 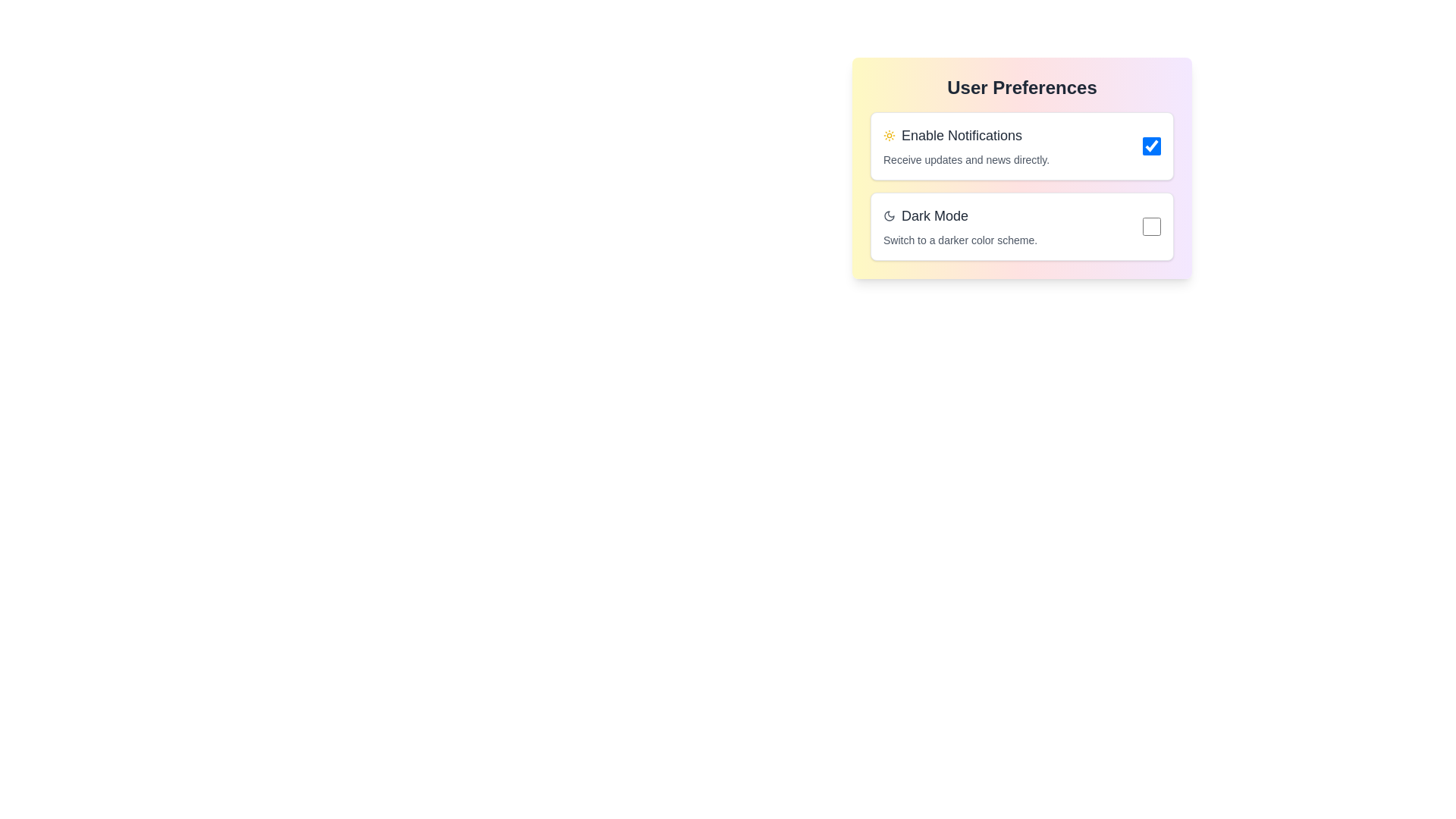 I want to click on the 'Dark Mode' label with a moon-shaped icon located in the 'User Preferences' settings card, which is the second option below 'Enable Notifications', so click(x=959, y=216).